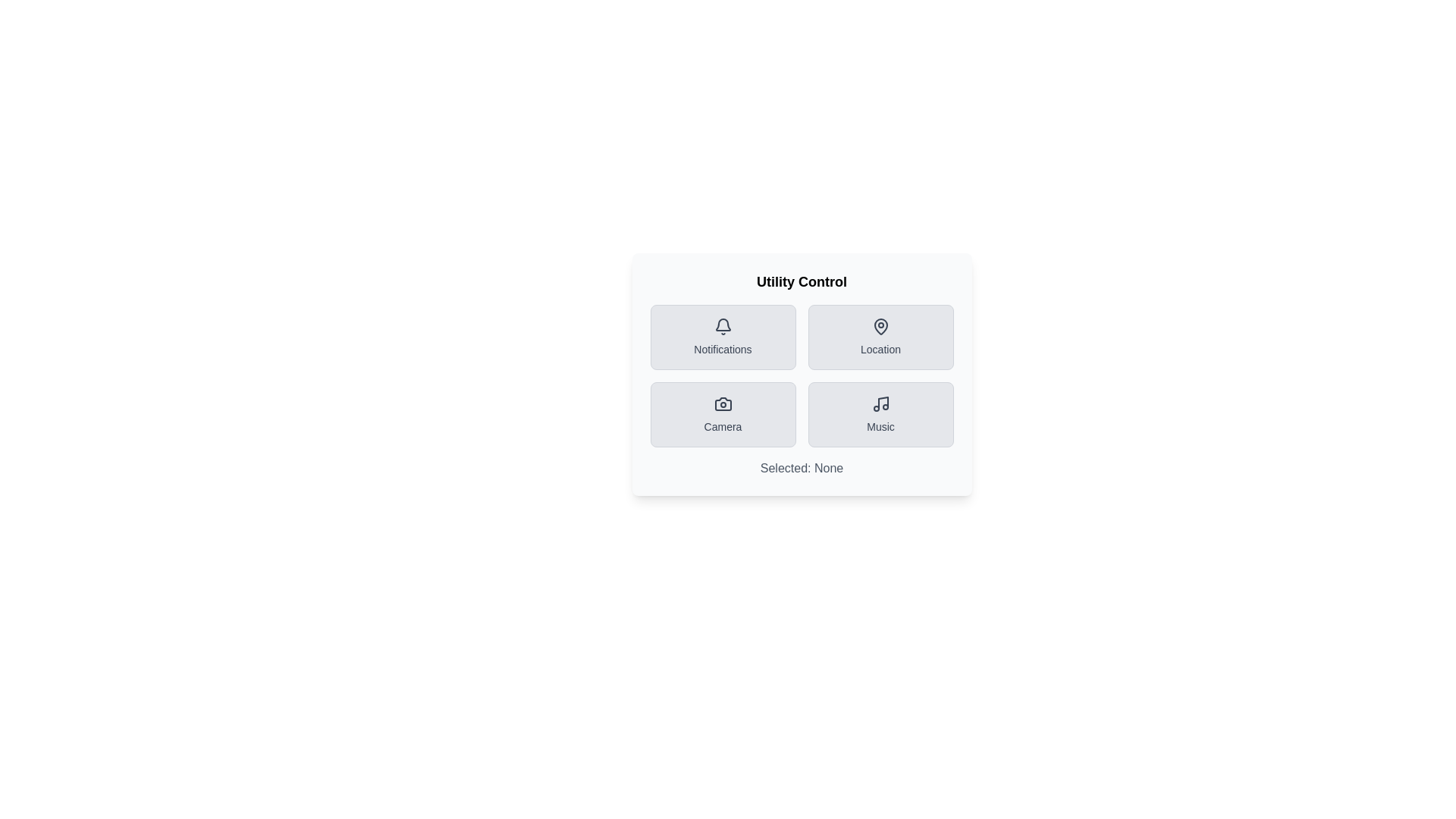  I want to click on the Music button to view its hover effect, so click(880, 415).